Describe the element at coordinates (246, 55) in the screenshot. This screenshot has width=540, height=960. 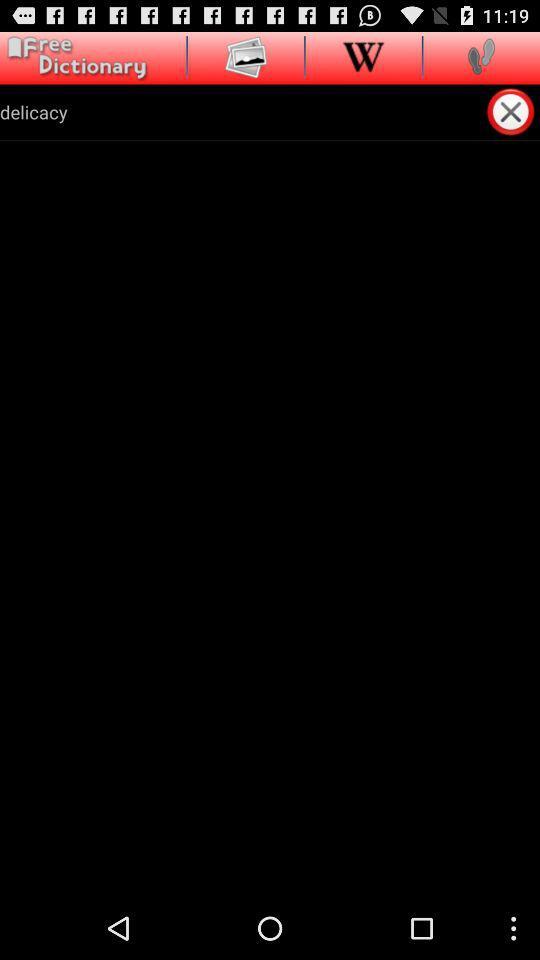
I see `open photos` at that location.